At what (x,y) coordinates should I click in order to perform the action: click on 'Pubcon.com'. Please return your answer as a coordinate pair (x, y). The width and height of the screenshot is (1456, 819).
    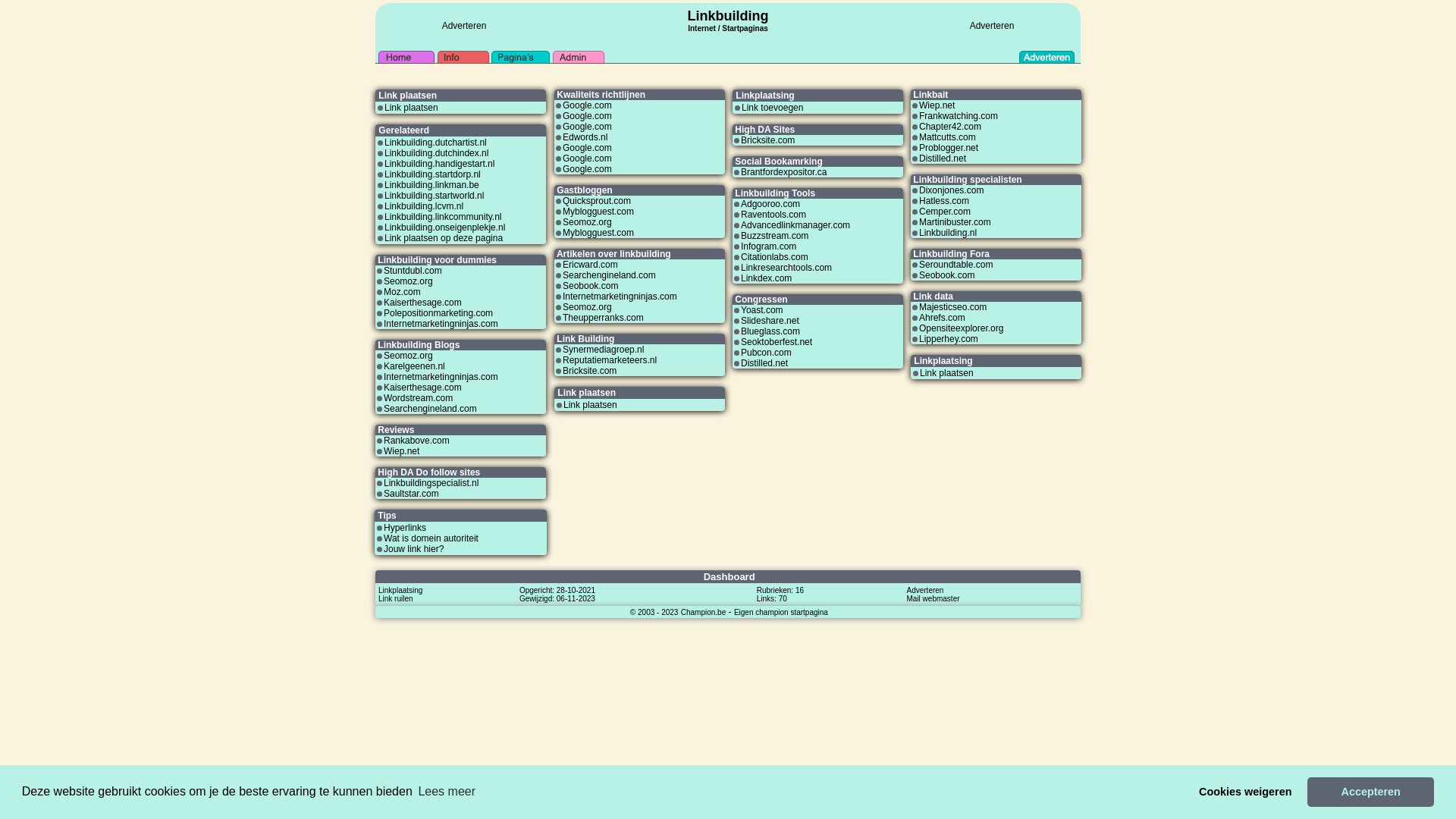
    Looking at the image, I should click on (766, 353).